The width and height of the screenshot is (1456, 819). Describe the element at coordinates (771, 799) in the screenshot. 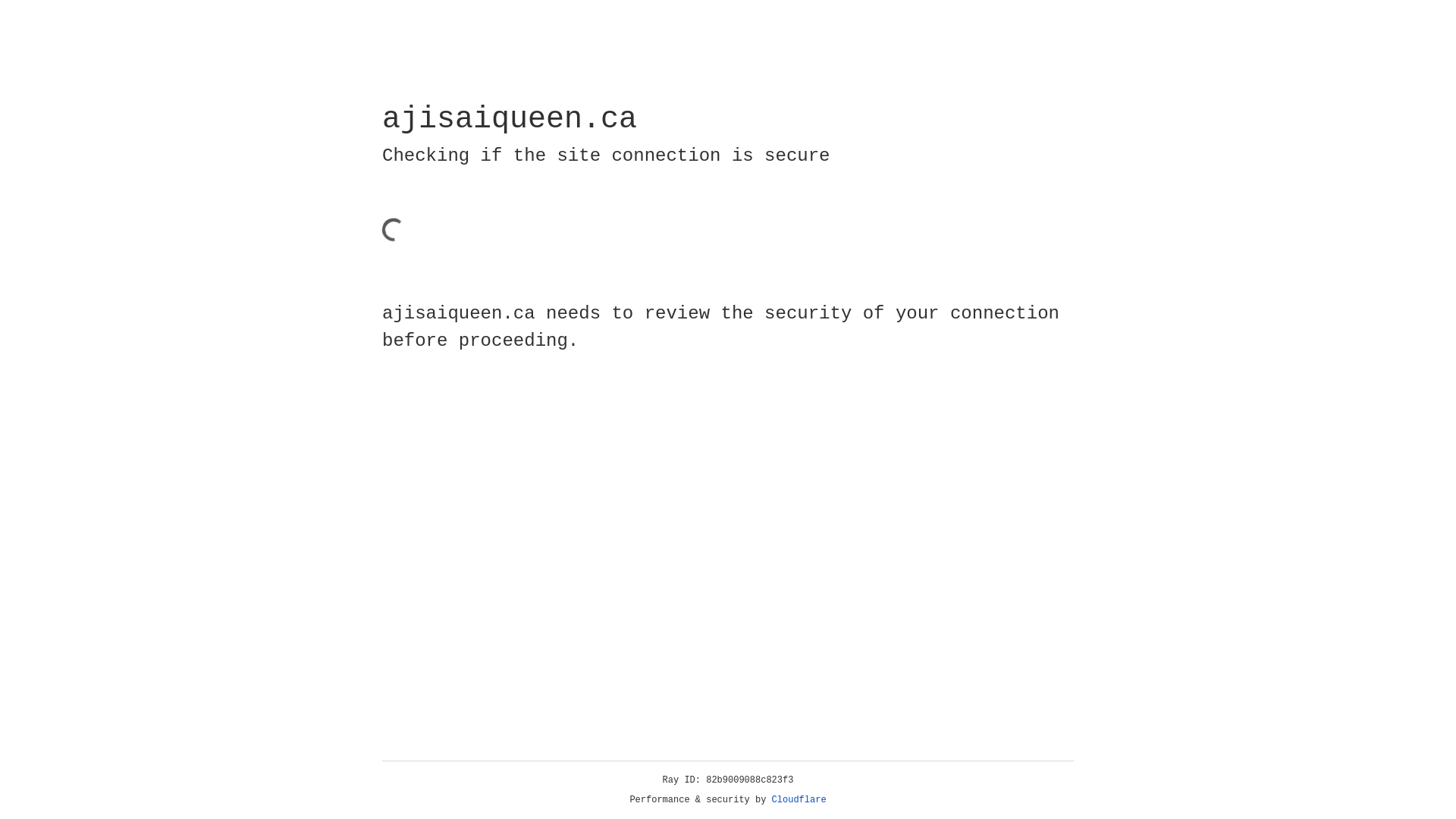

I see `'Cloudflare'` at that location.